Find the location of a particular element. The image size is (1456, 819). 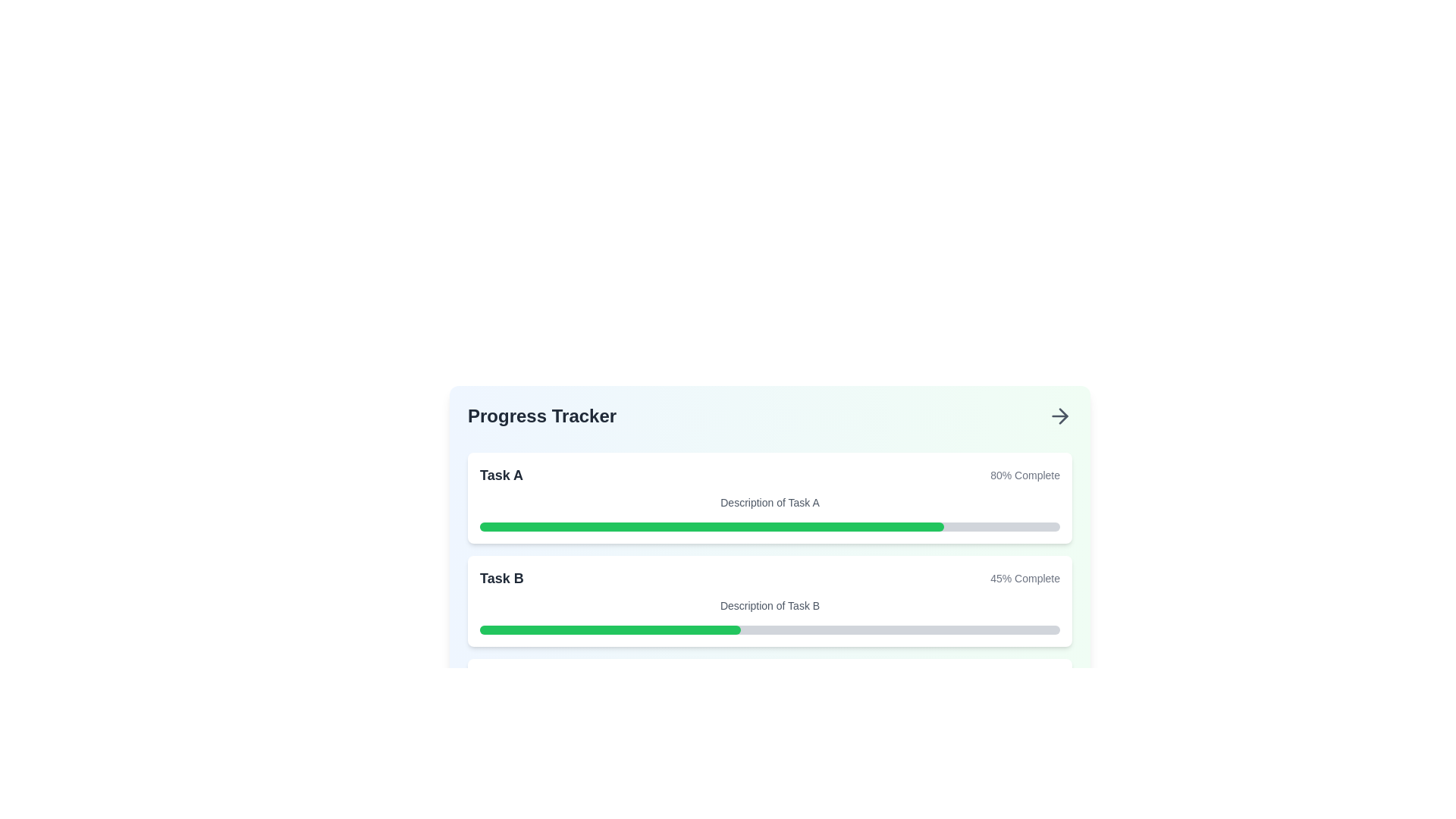

the text label that reads 'Description of Task A', which is positioned below the task title and above the progress bar in the task card for 'Task A' is located at coordinates (770, 503).